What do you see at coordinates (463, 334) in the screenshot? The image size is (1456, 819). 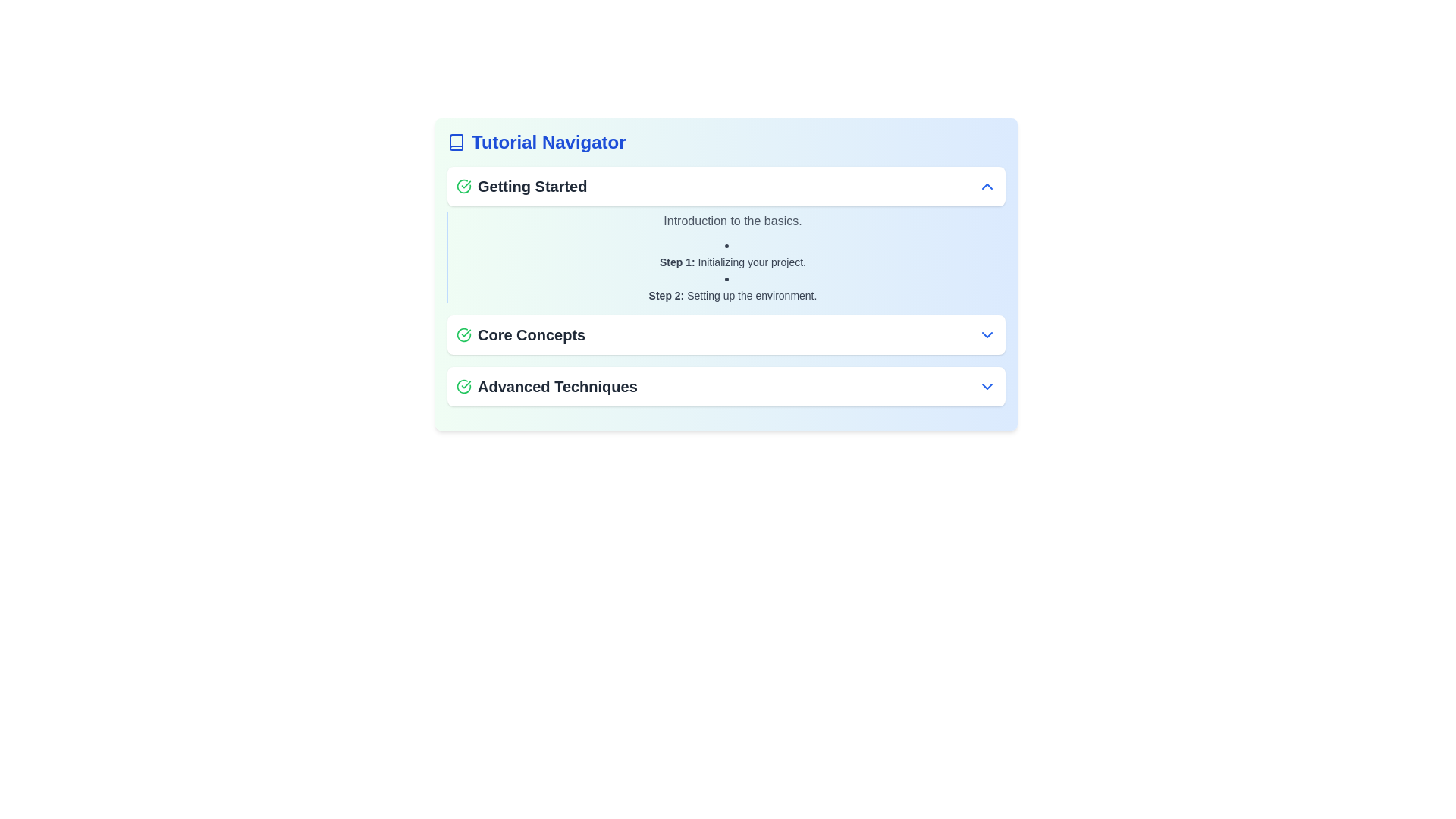 I see `the completion icon located to the left of the 'Core Concepts' text in the tutorial navigator interface, which indicates the section's status` at bounding box center [463, 334].